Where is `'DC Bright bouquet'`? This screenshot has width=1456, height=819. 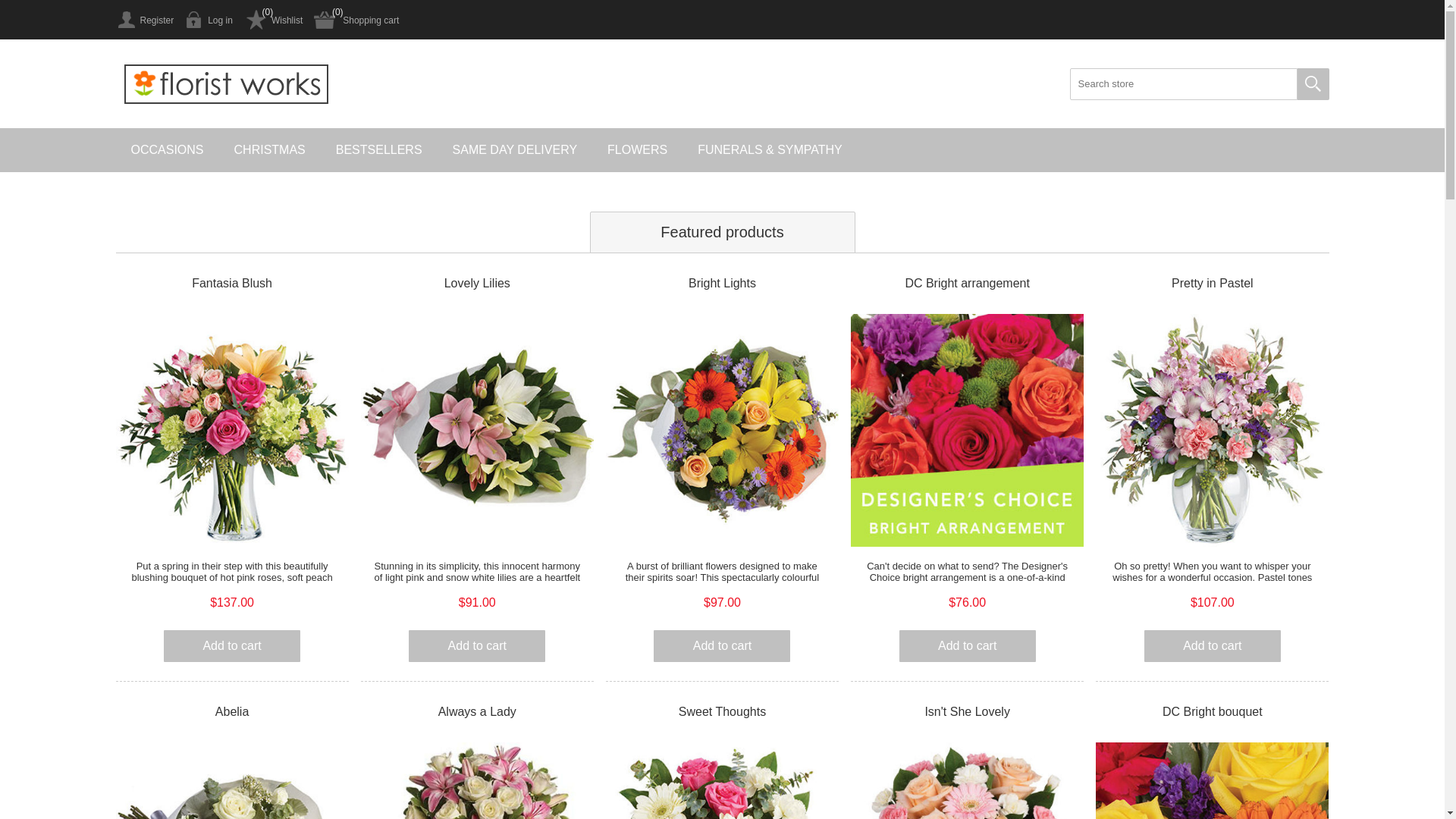 'DC Bright bouquet' is located at coordinates (1211, 711).